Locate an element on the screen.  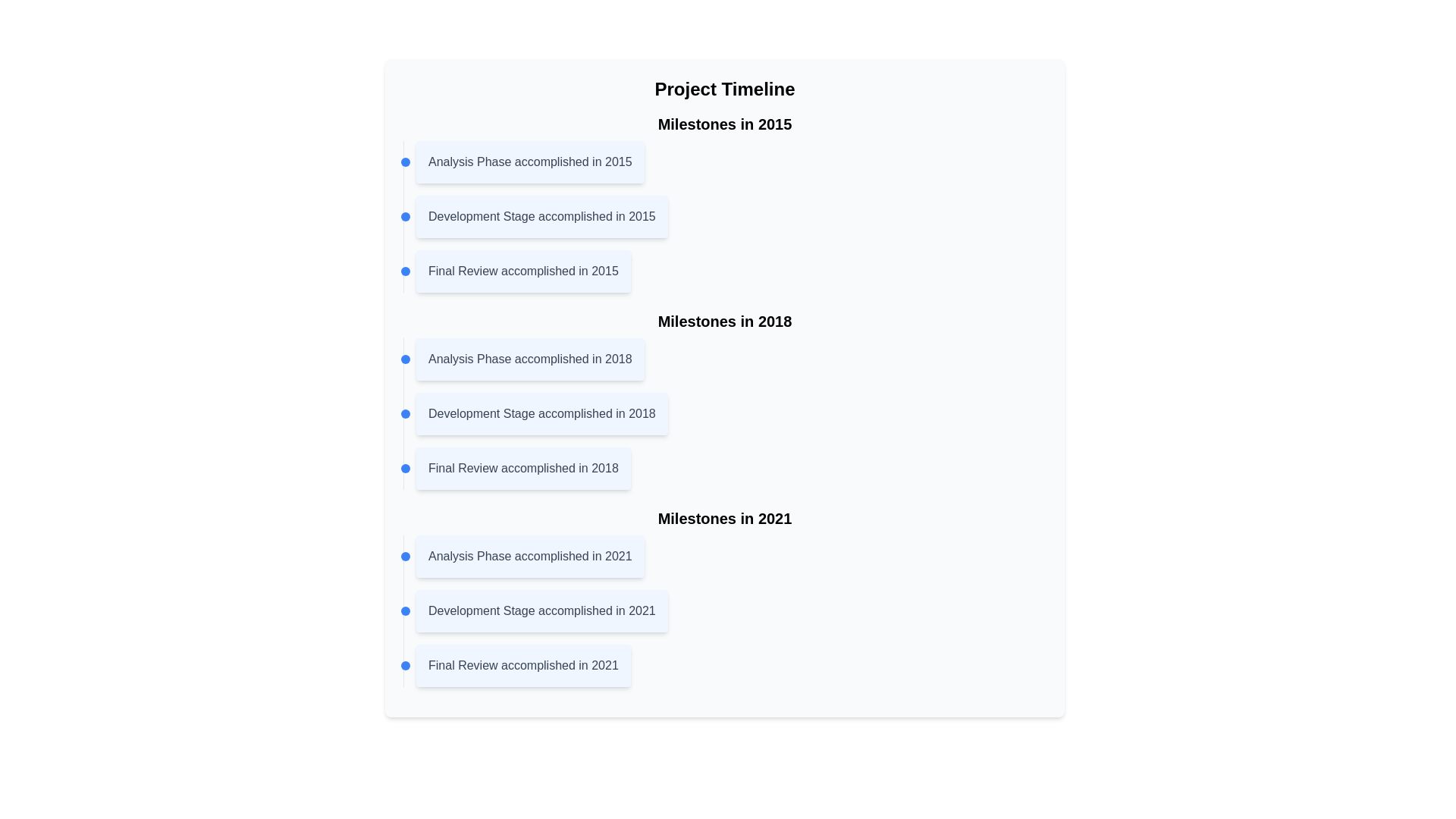
the timeline entry detailing the completion of the analysis phase in 2015, which is positioned under the 'Milestones in 2015' heading, adjacent to a blue circular marker is located at coordinates (530, 162).